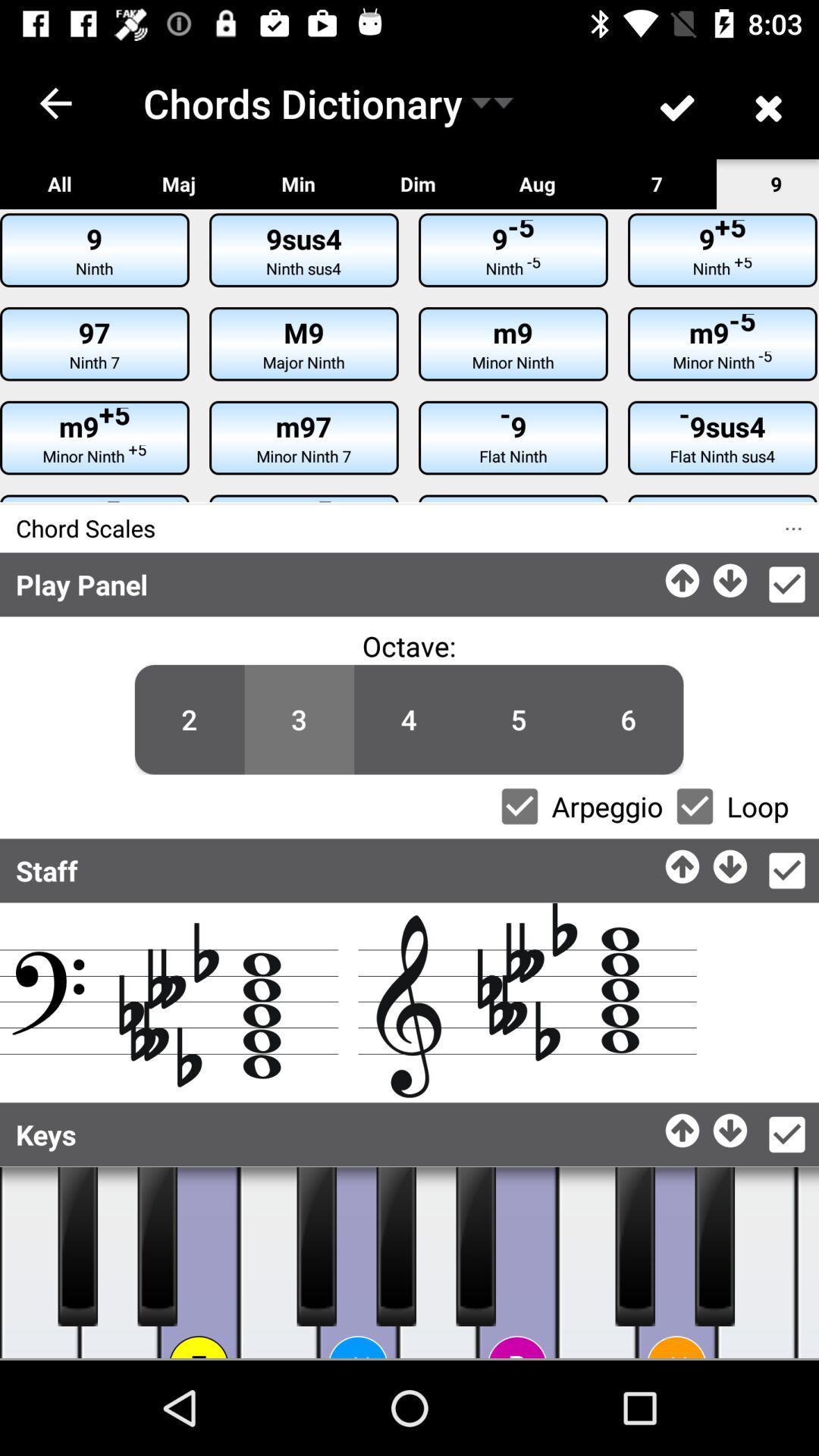 Image resolution: width=819 pixels, height=1456 pixels. Describe the element at coordinates (683, 1126) in the screenshot. I see `scroll up` at that location.